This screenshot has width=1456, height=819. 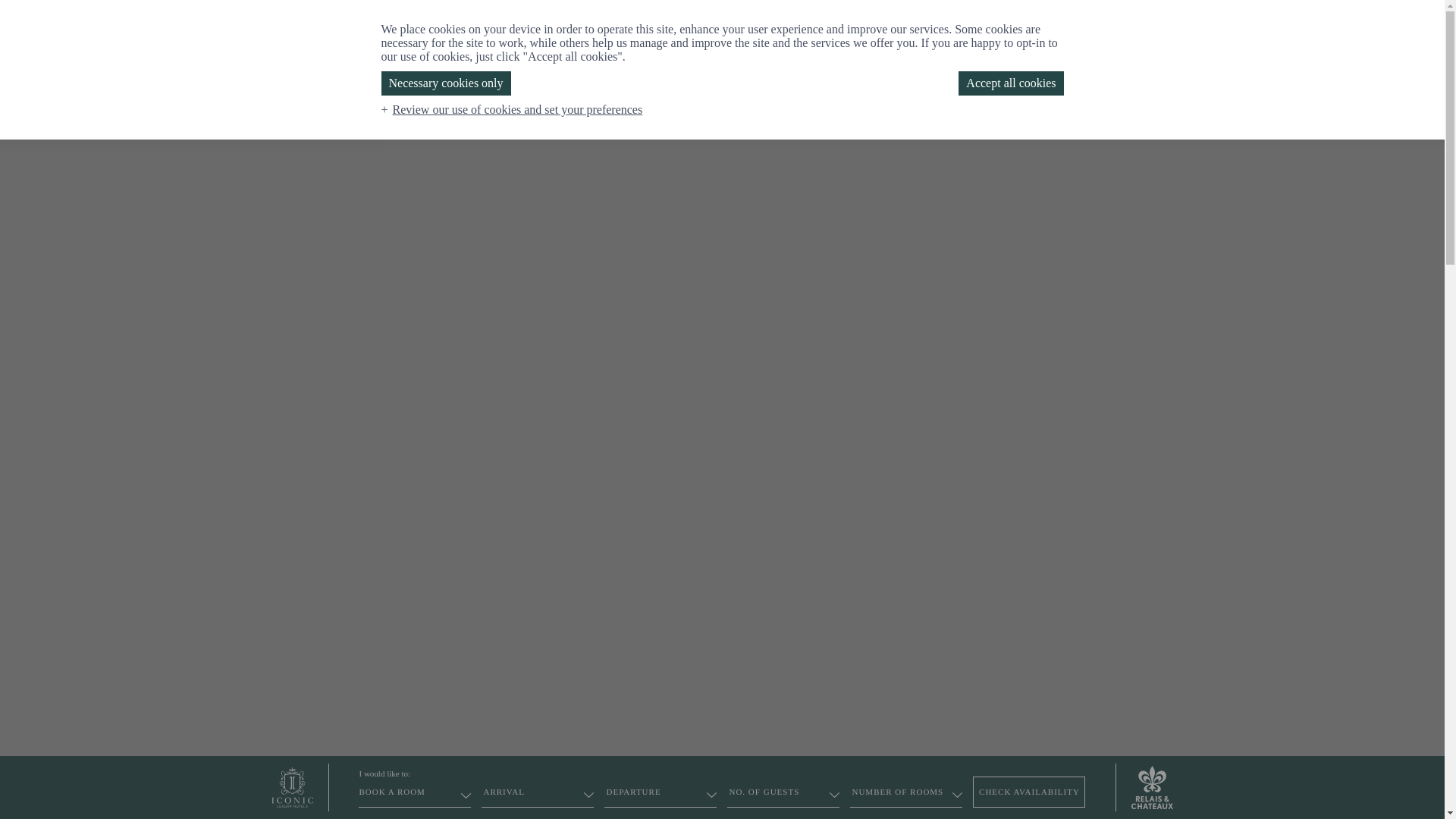 What do you see at coordinates (583, 109) in the screenshot?
I see `'TOWNHOUSE'` at bounding box center [583, 109].